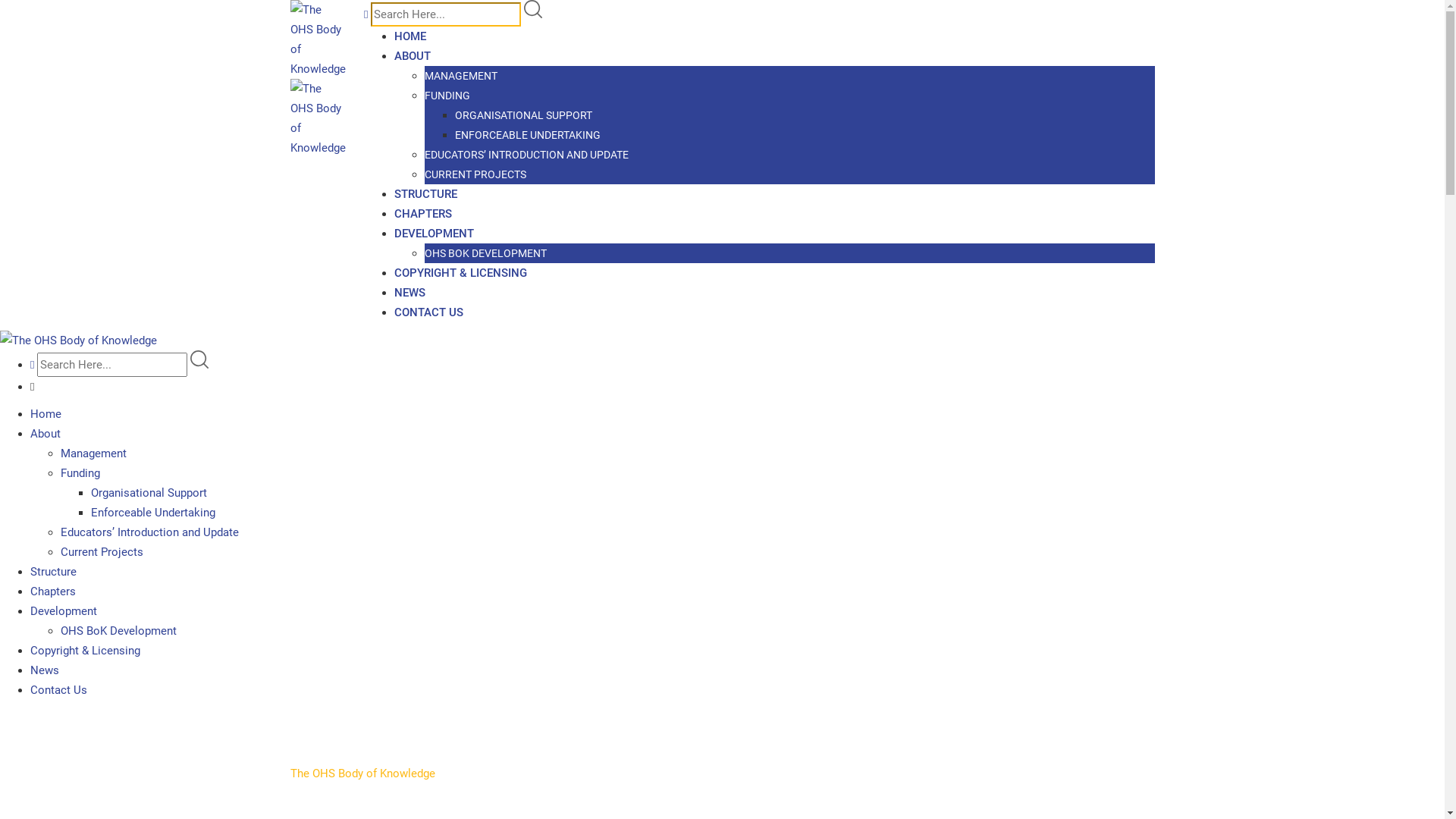 This screenshot has height=819, width=1456. Describe the element at coordinates (447, 96) in the screenshot. I see `'FUNDING'` at that location.